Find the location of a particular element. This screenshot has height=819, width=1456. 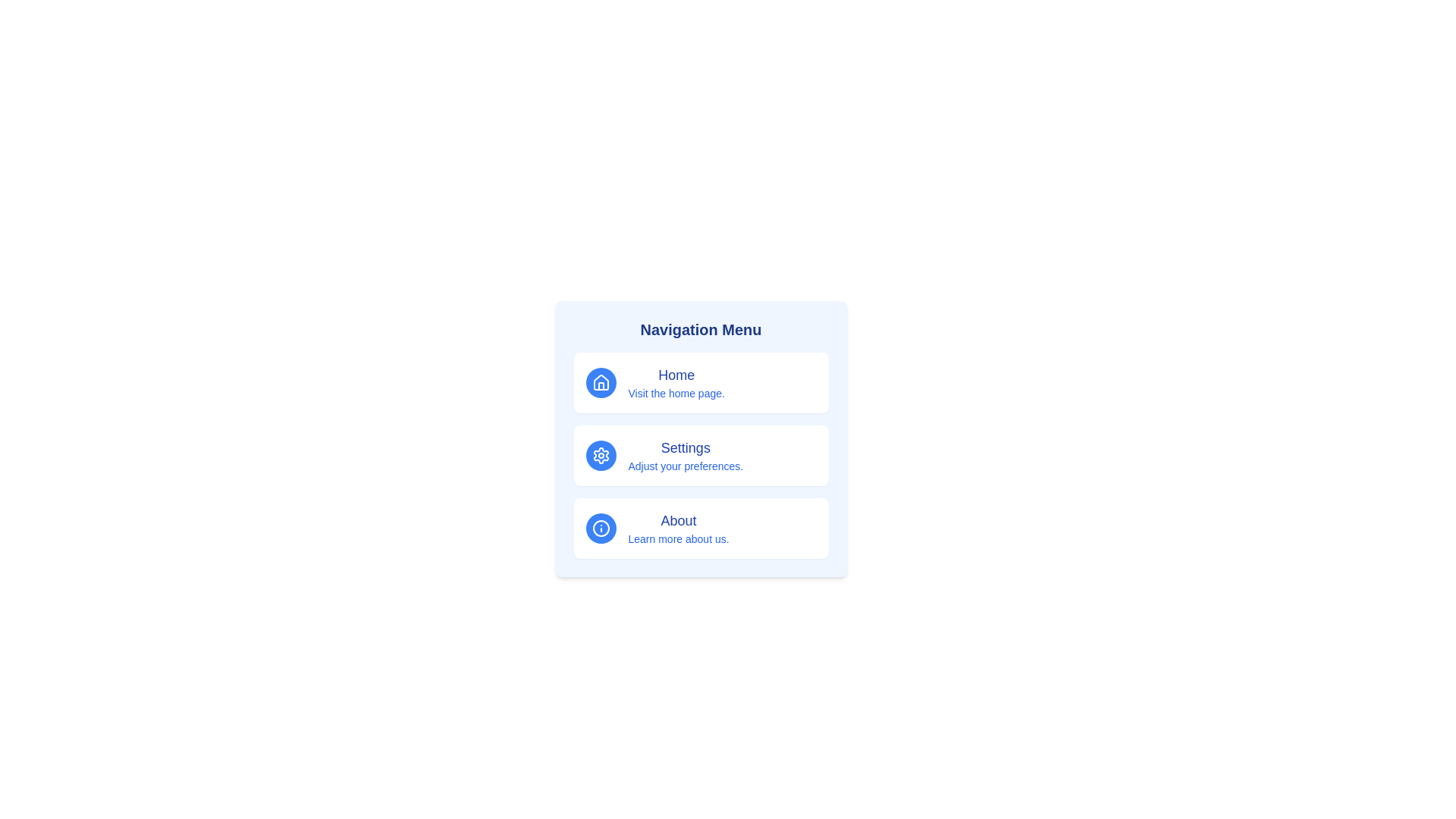

the 'Settings' button in the navigation menu, which features a blue circular gear icon and two lines of text is located at coordinates (700, 455).